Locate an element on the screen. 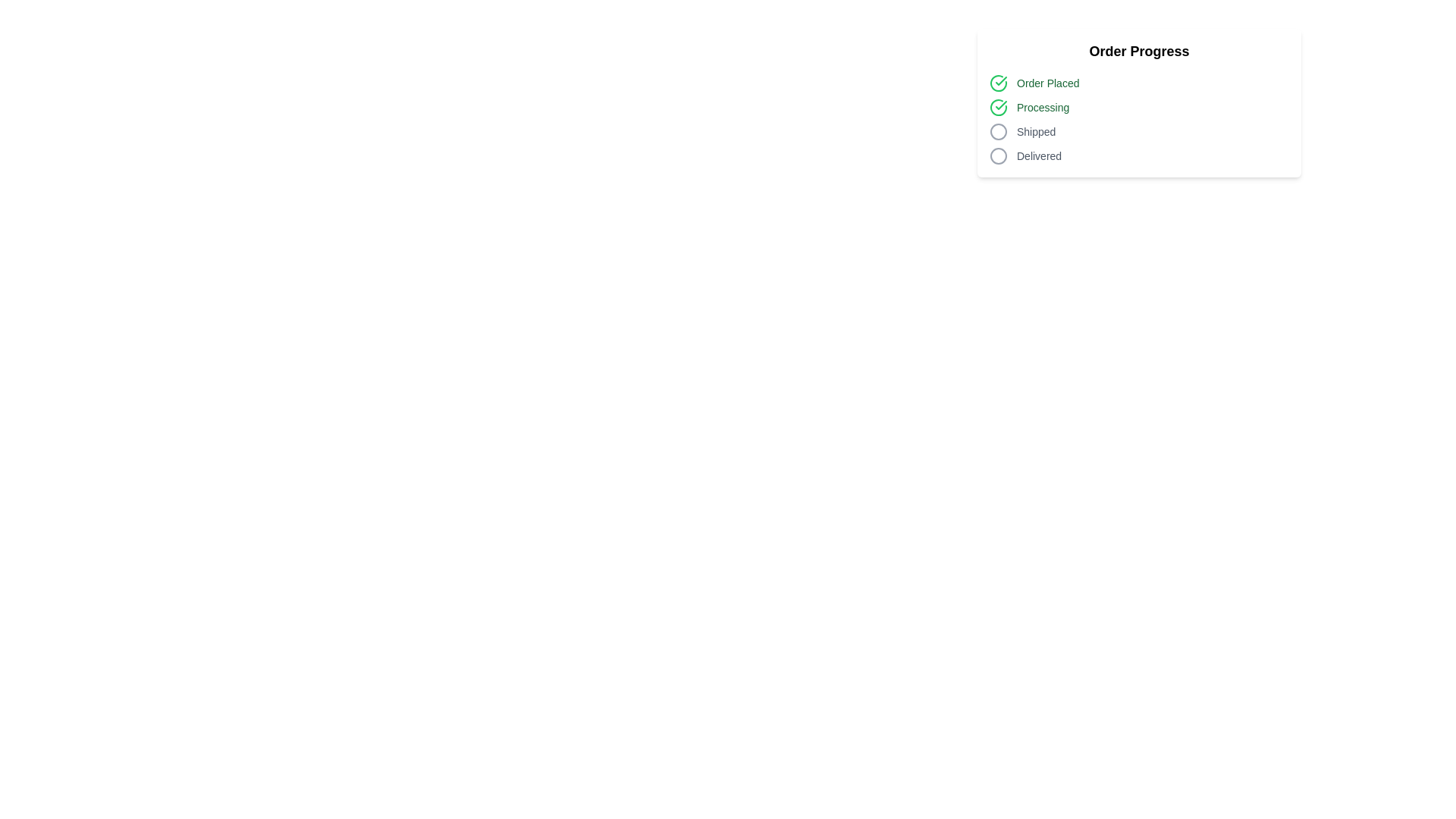 The width and height of the screenshot is (1456, 819). the 'Processing' text label, which is the second item in the vertical list of order statuses, colored green and styled in a smaller font size is located at coordinates (1042, 107).